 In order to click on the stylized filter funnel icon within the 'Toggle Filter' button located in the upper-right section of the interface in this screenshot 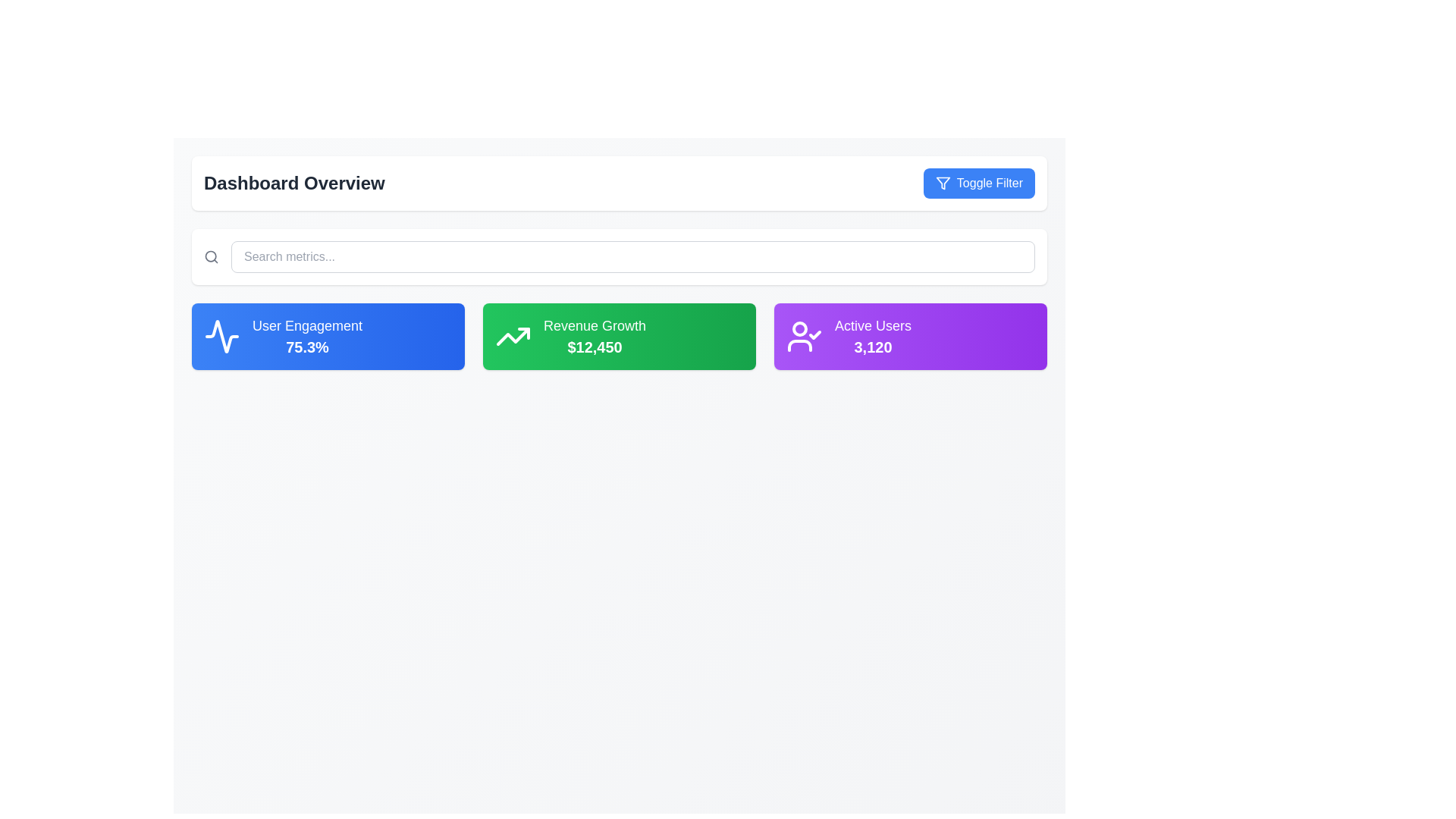, I will do `click(942, 183)`.